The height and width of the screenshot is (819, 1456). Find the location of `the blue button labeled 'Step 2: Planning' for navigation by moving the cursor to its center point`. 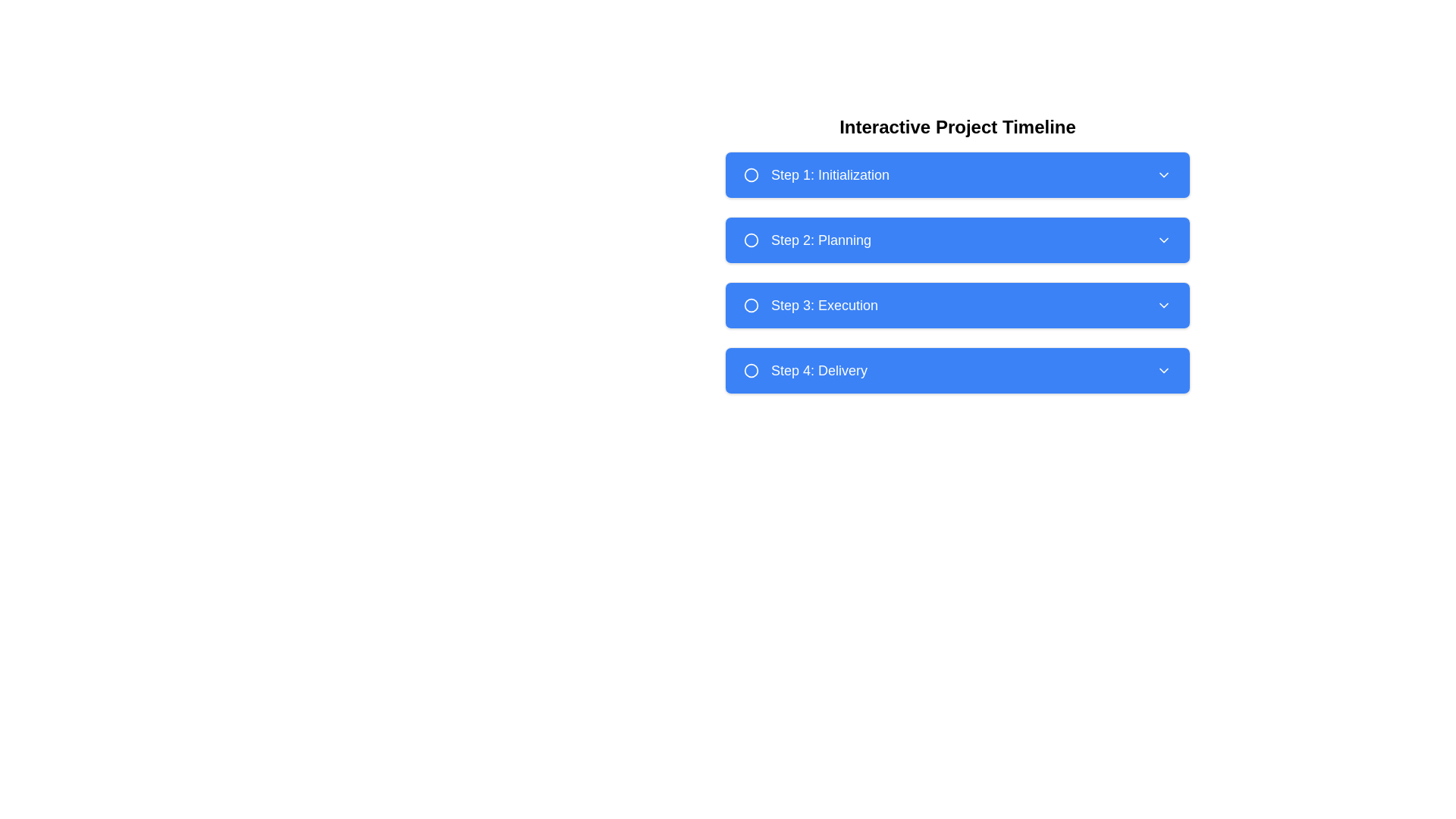

the blue button labeled 'Step 2: Planning' for navigation by moving the cursor to its center point is located at coordinates (956, 239).